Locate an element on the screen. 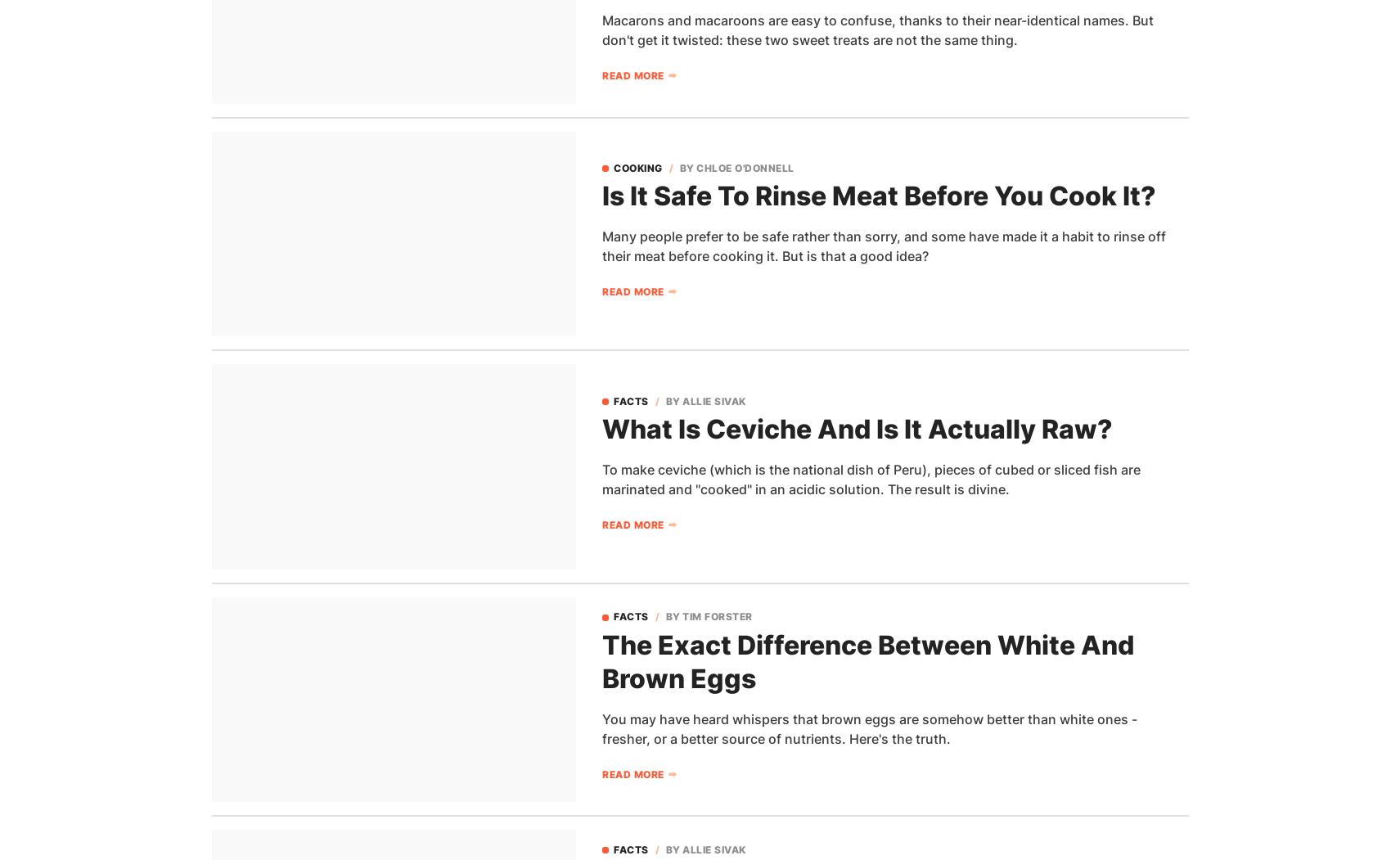 This screenshot has width=1400, height=860. 'The Exact Difference Between White And Brown Eggs' is located at coordinates (601, 660).